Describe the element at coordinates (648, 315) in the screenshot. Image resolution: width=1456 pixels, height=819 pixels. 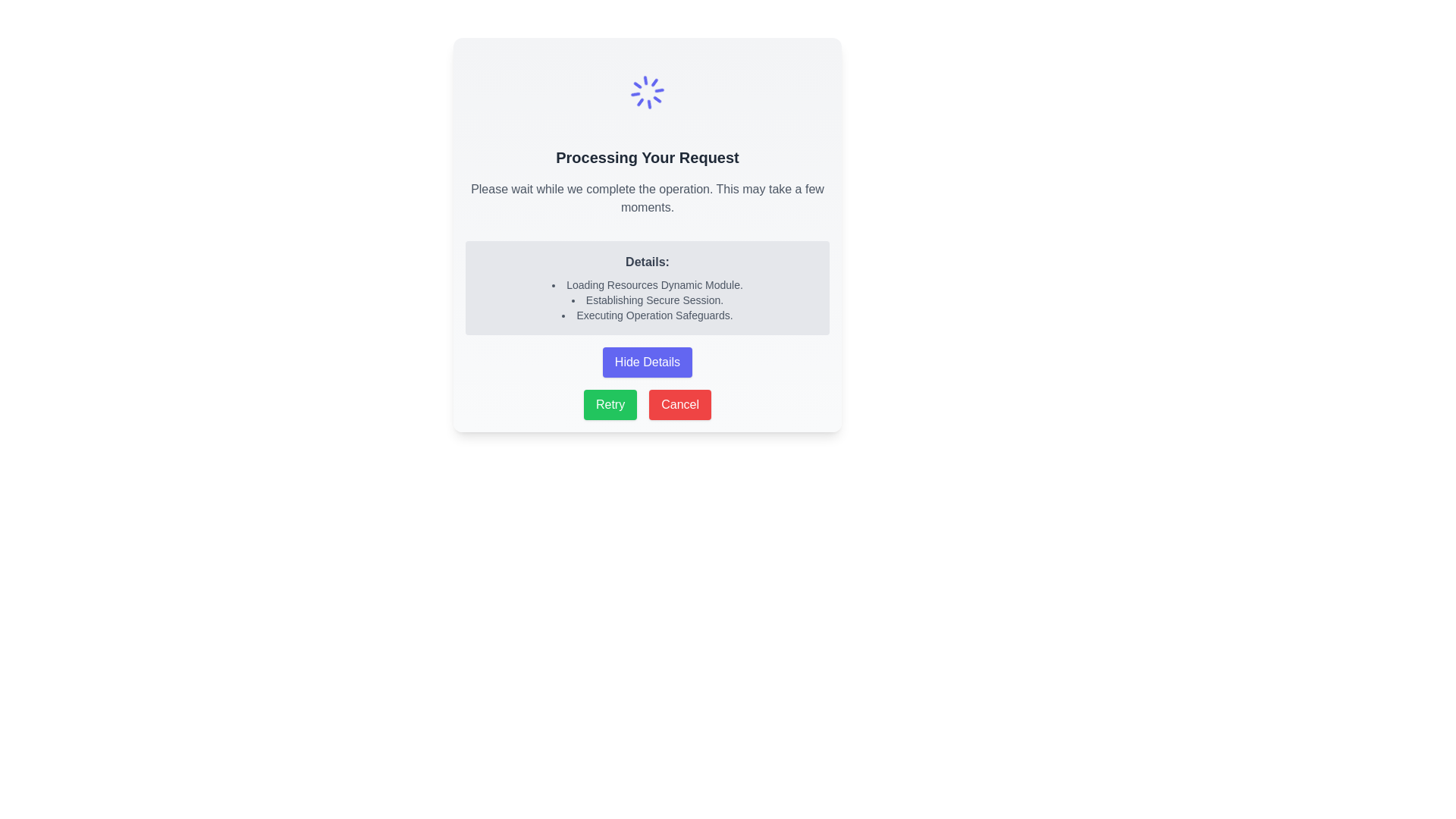
I see `the static text element that provides a real-time status update indicating that the system is executing operational safeguards, which is the last item in a vertical list within the 'Details' area` at that location.